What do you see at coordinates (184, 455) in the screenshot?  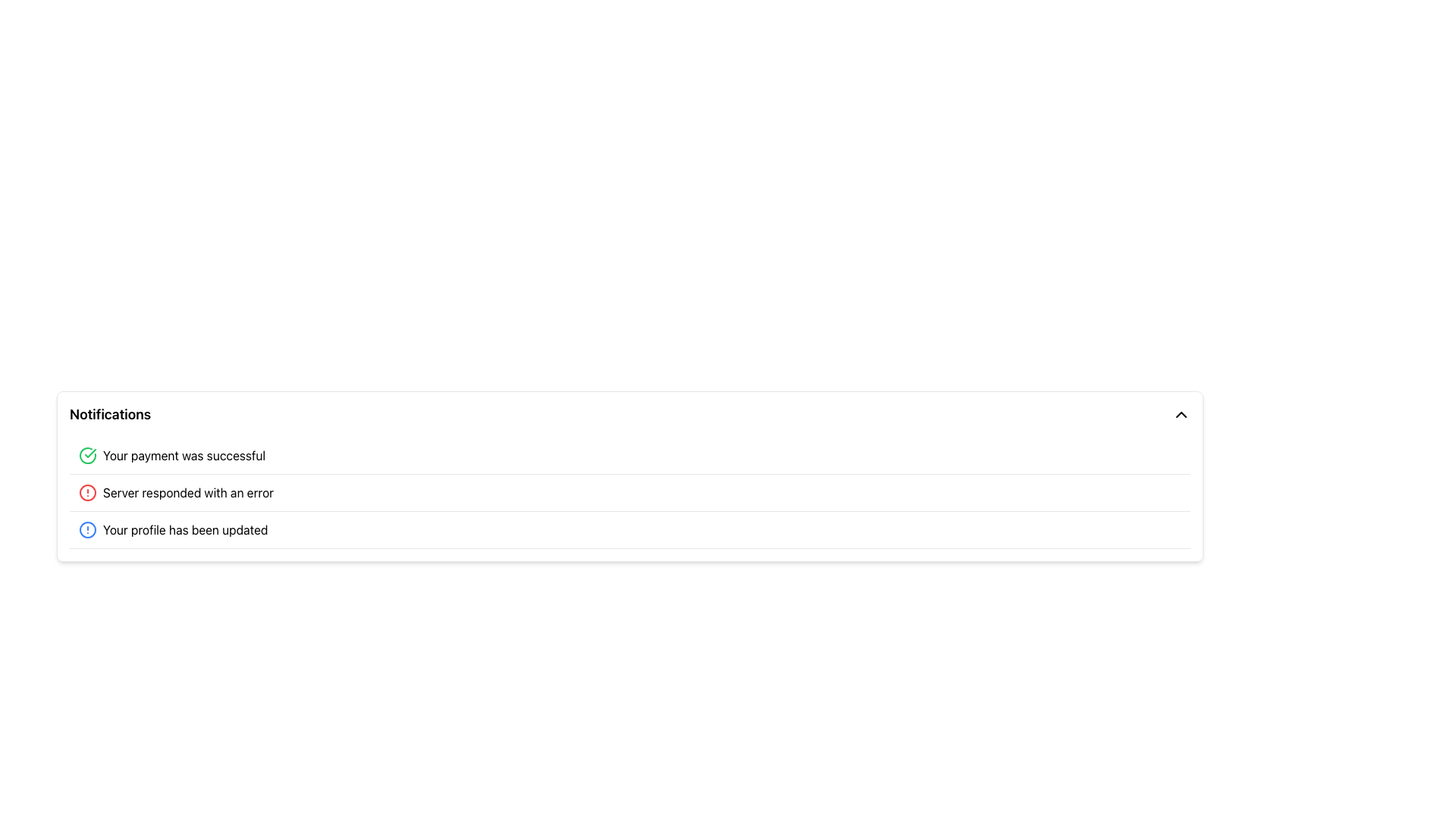 I see `the non-interactive text label that indicates a successful payment transaction, located at the top-center of the panel, rightmost in its row` at bounding box center [184, 455].